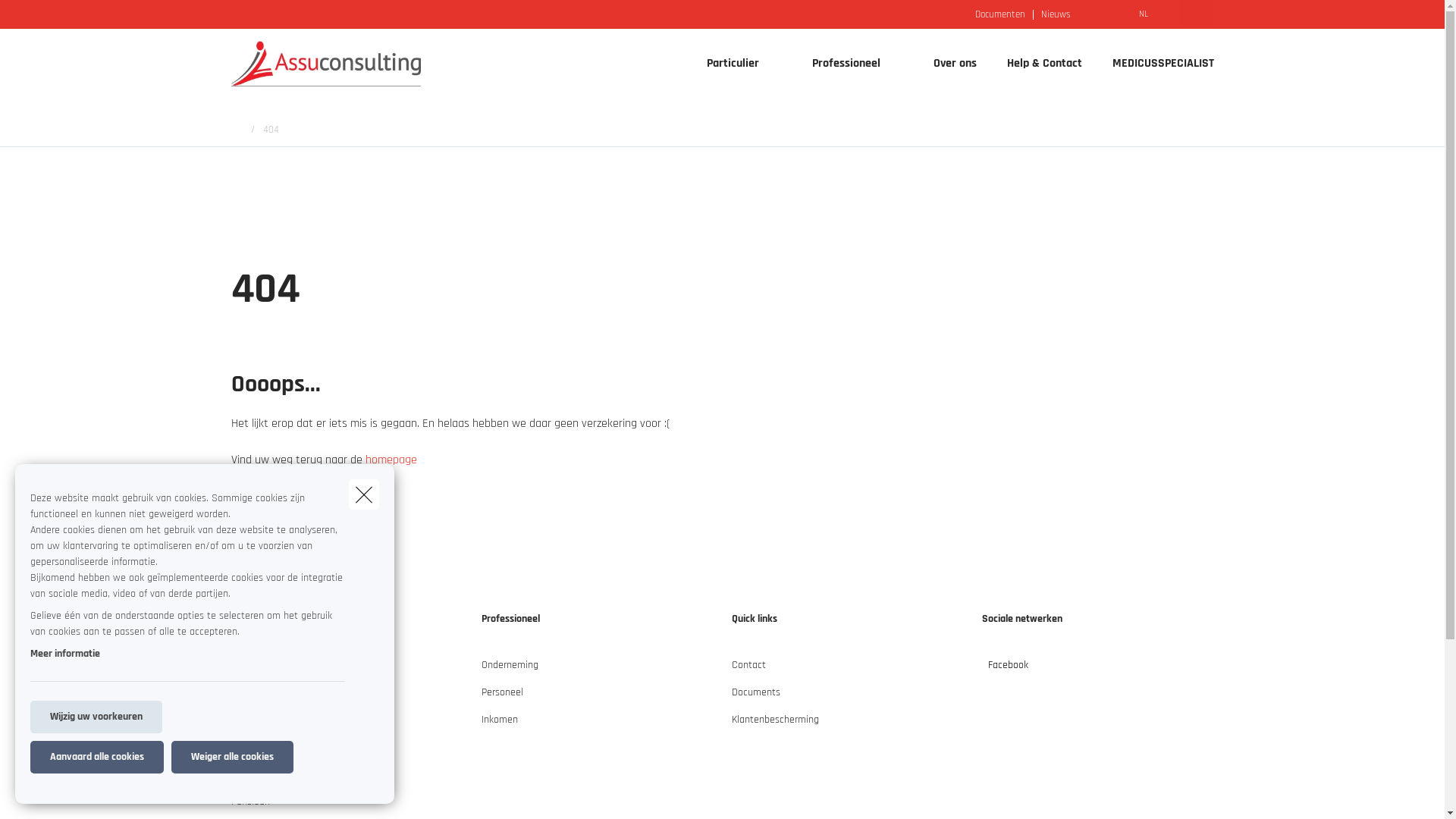 This screenshot has width=1456, height=819. Describe the element at coordinates (731, 670) in the screenshot. I see `'Contact'` at that location.